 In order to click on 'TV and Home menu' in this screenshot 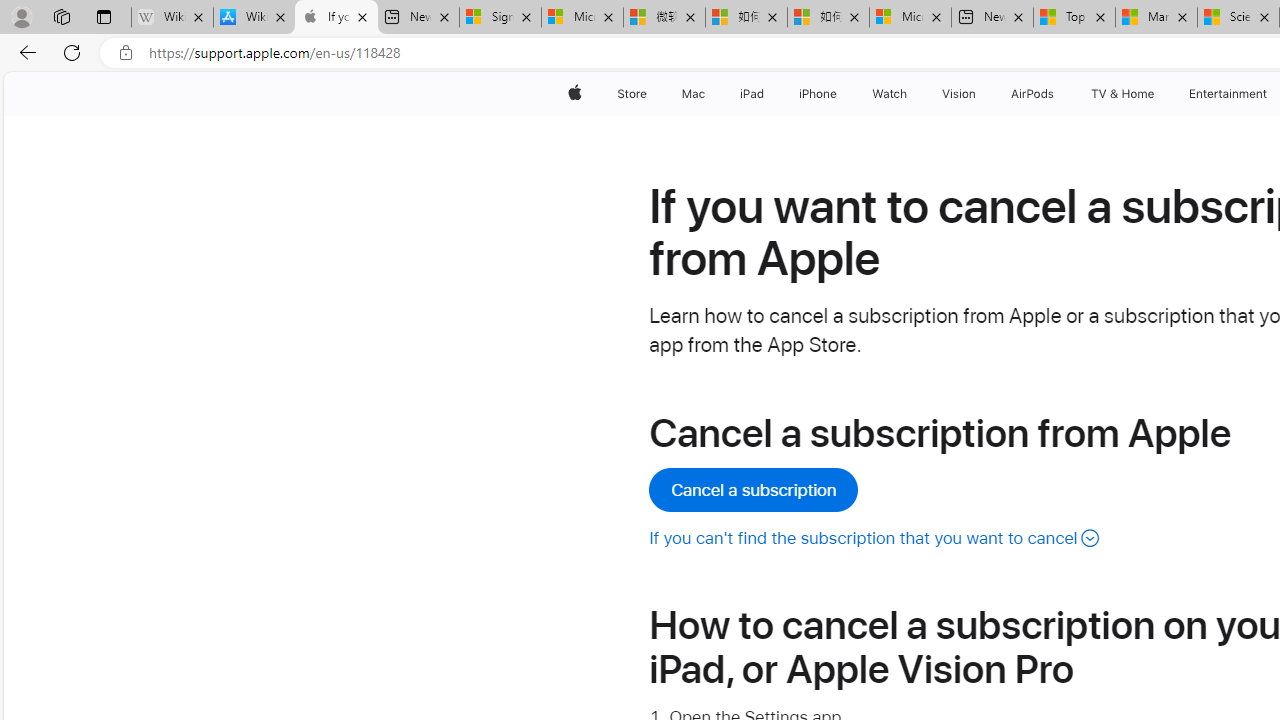, I will do `click(1158, 93)`.